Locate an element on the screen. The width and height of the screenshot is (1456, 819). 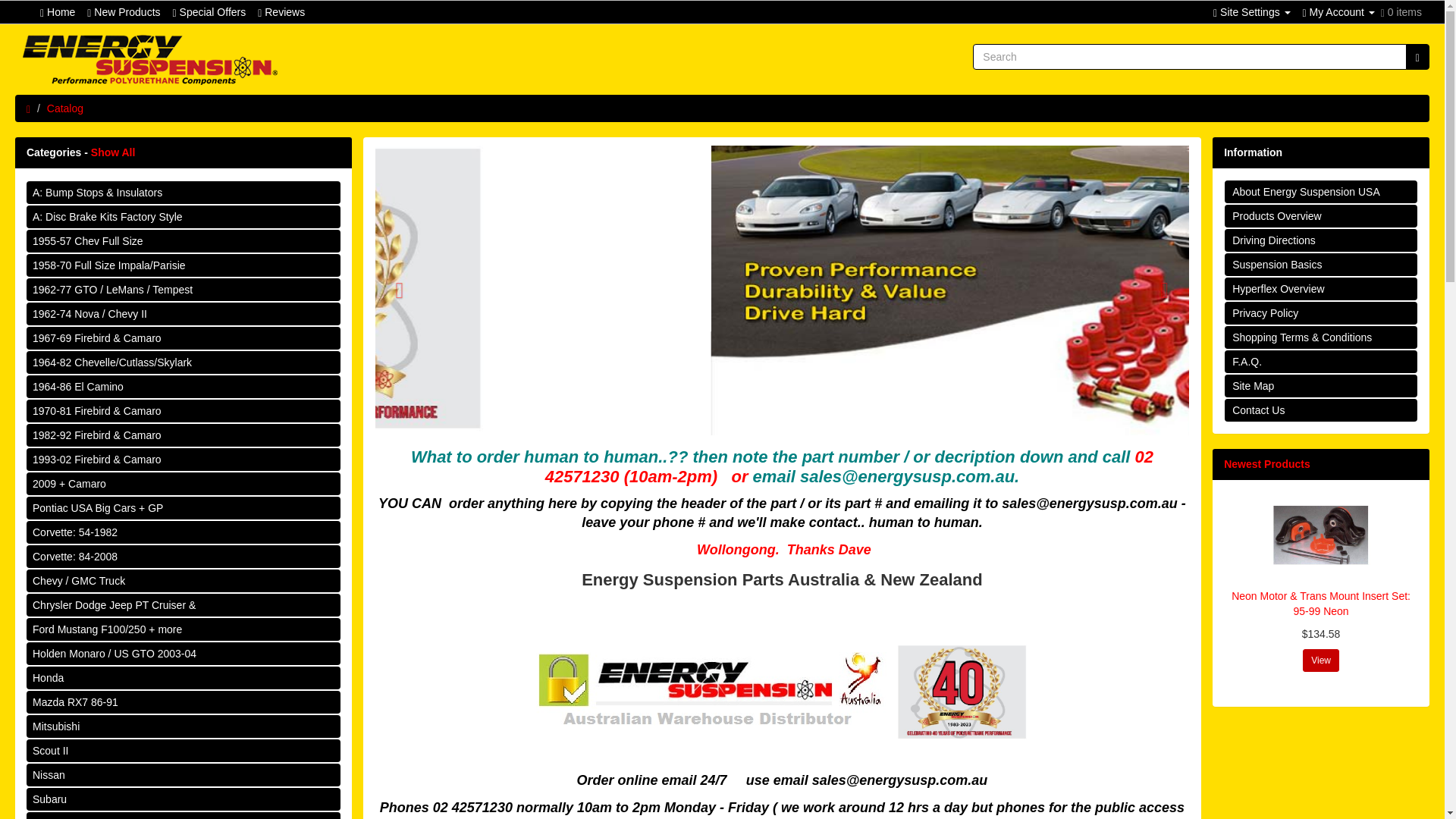
'Reviews' is located at coordinates (281, 11).